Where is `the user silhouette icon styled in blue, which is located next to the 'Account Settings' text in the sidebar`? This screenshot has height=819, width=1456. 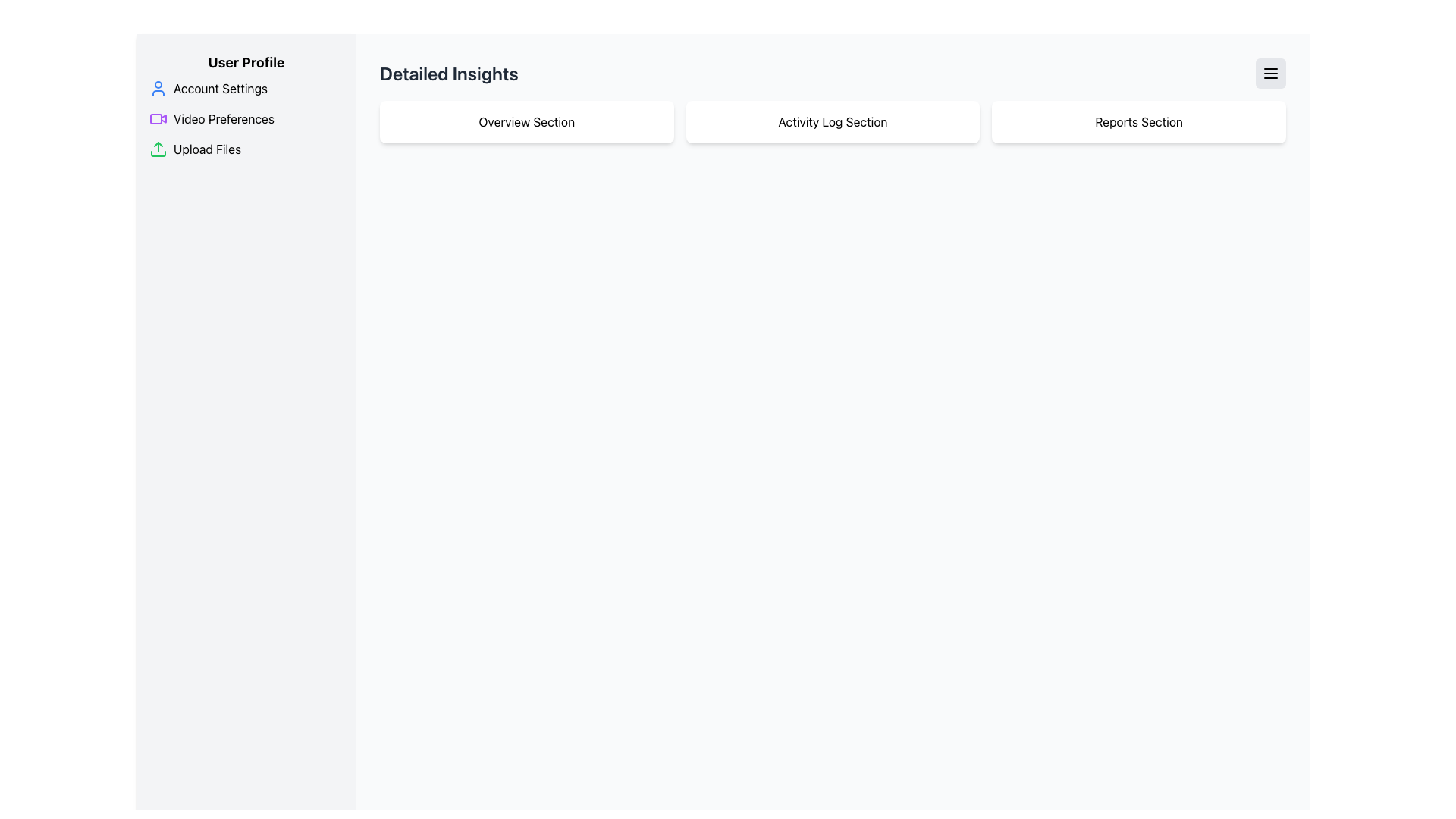
the user silhouette icon styled in blue, which is located next to the 'Account Settings' text in the sidebar is located at coordinates (158, 88).